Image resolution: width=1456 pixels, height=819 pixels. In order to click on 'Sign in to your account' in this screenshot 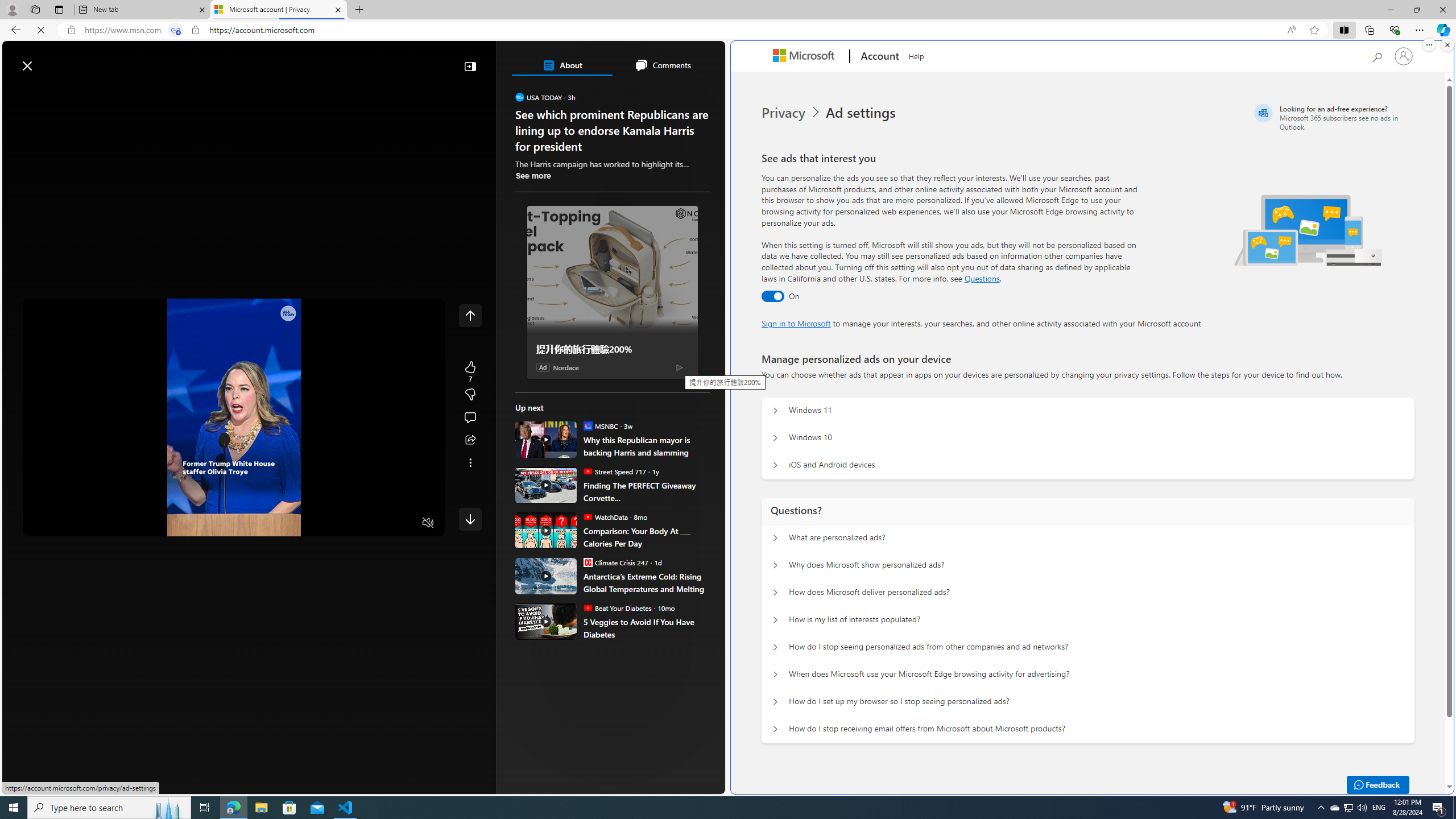, I will do `click(1404, 55)`.